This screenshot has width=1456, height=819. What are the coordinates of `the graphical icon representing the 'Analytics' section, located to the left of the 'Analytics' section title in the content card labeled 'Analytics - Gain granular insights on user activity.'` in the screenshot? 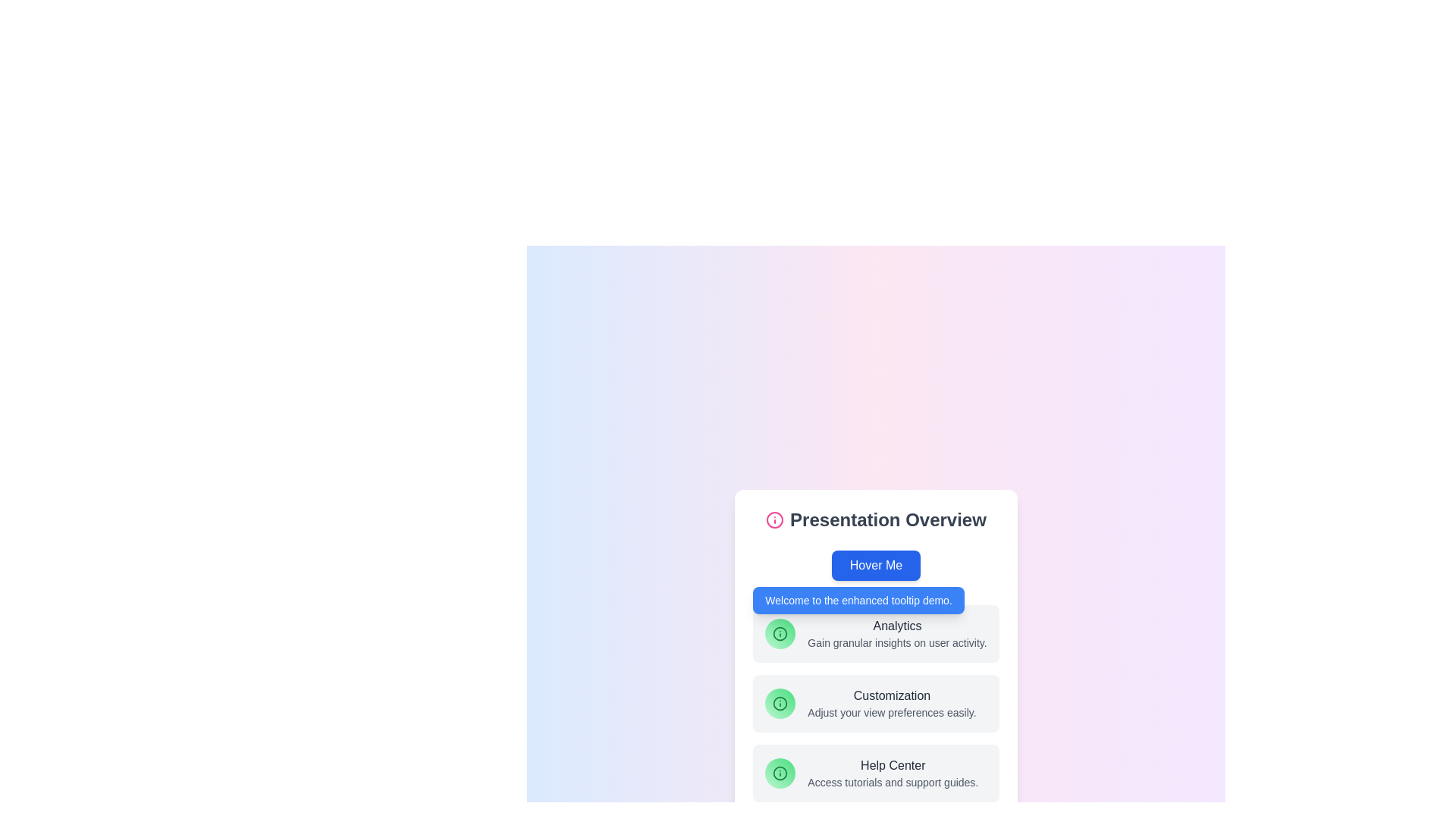 It's located at (780, 634).